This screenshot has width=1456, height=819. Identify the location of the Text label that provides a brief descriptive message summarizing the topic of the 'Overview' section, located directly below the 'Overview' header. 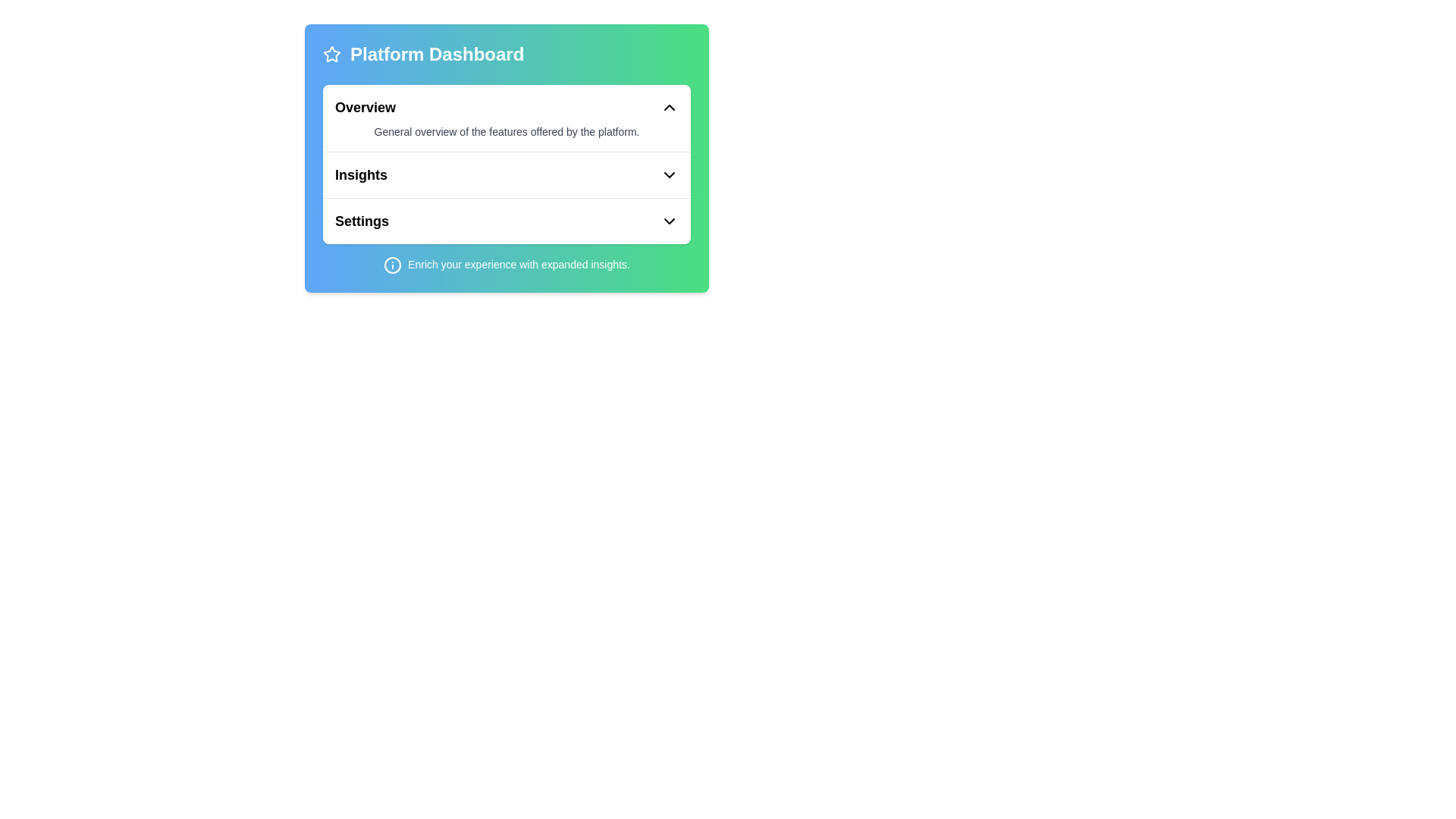
(507, 130).